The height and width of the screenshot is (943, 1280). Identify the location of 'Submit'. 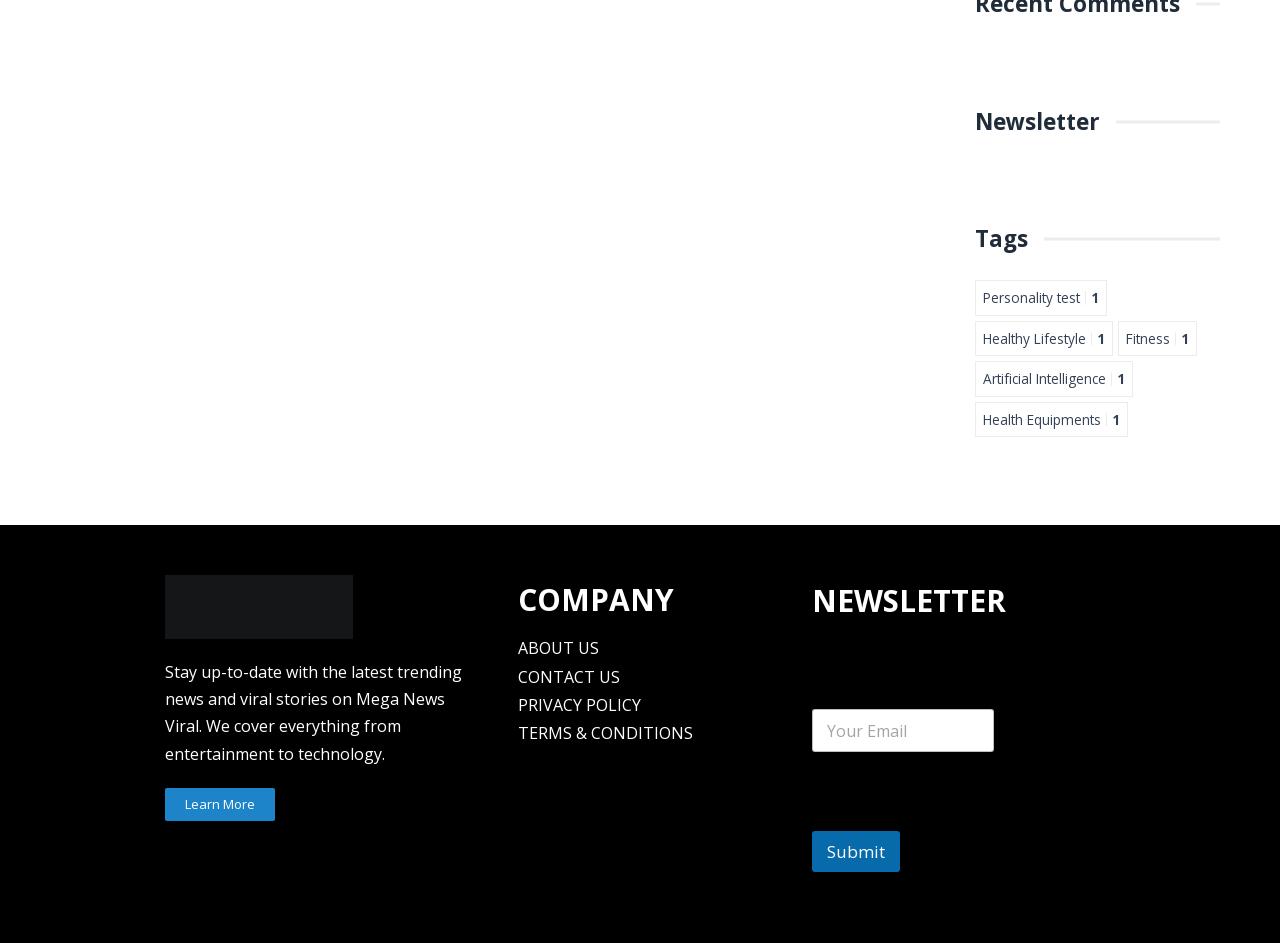
(825, 851).